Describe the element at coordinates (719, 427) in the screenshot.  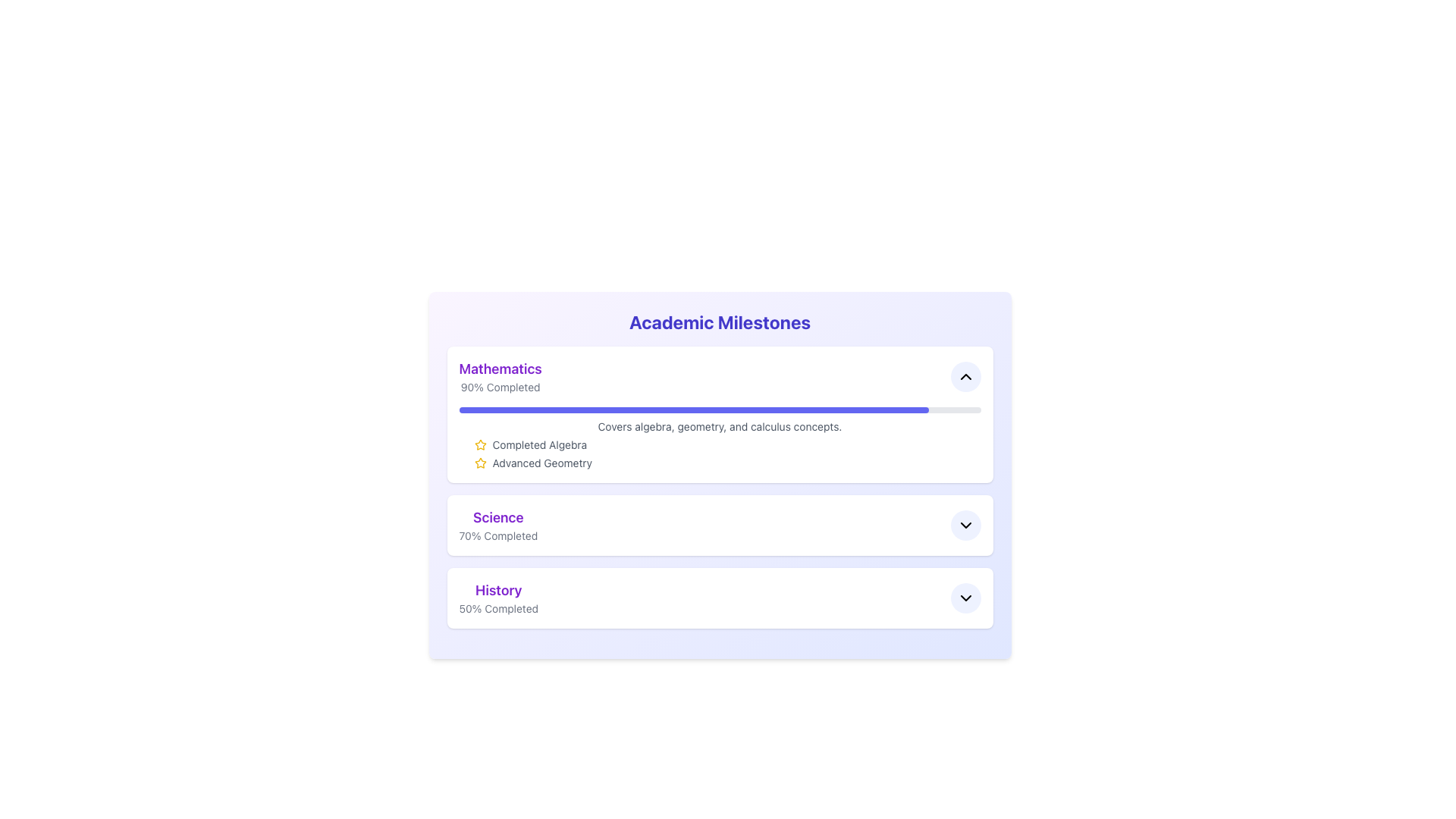
I see `the informational text element located within the 'Mathematics' card, situated below the progress bar and above the list of completed topics` at that location.